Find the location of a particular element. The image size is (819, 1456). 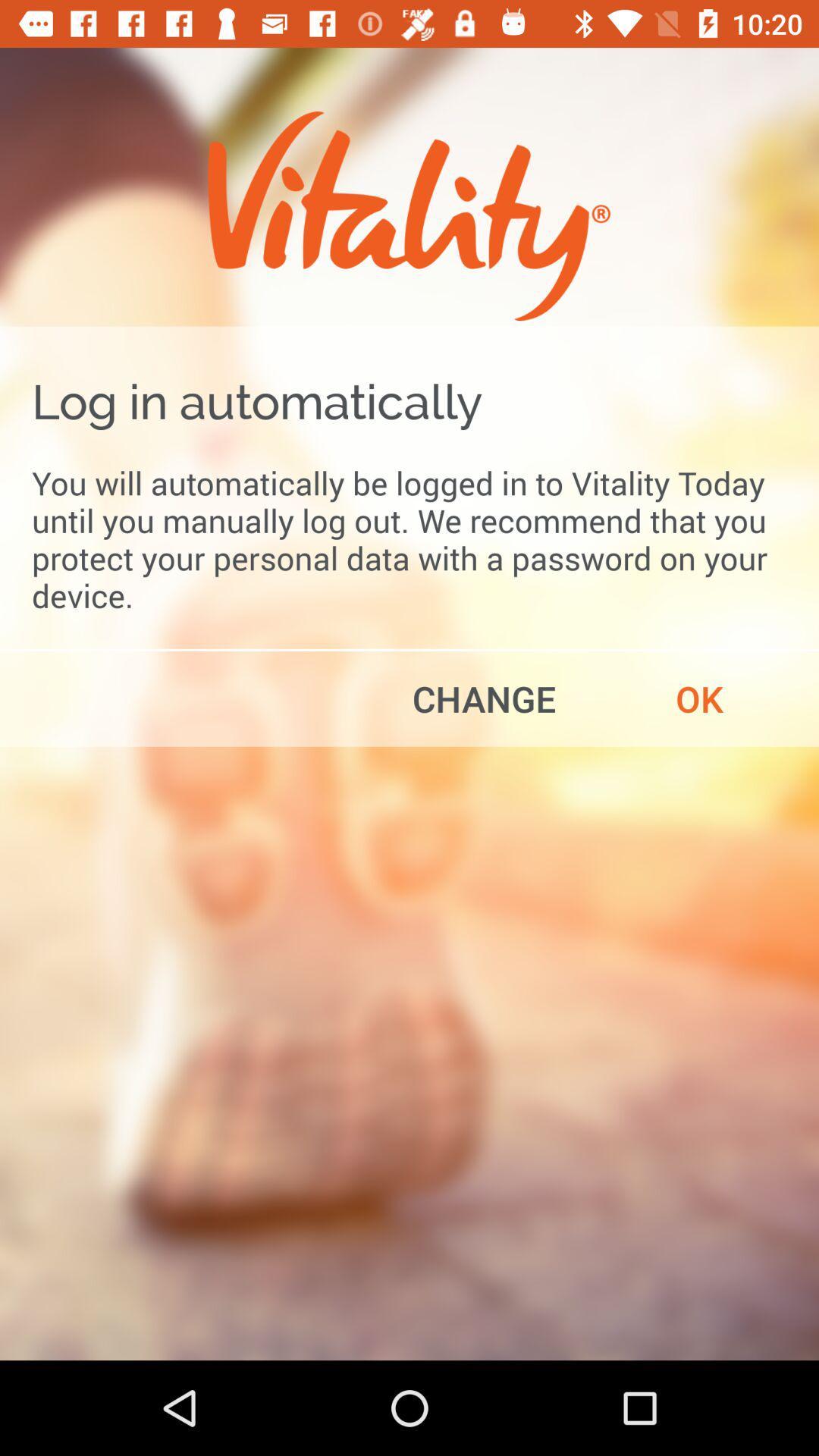

icon next to change is located at coordinates (699, 698).